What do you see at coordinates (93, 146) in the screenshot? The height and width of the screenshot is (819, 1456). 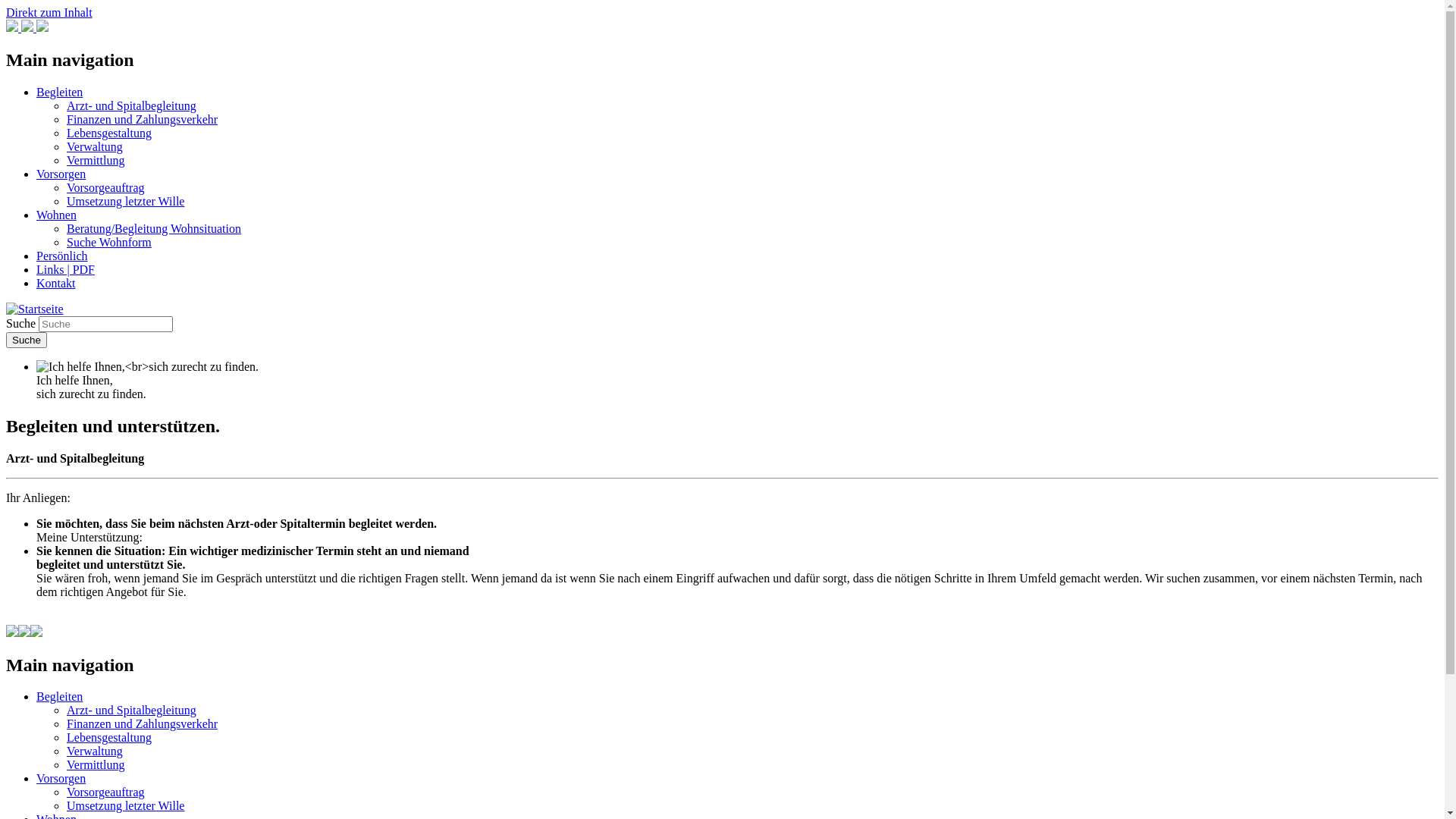 I see `'Verwaltung'` at bounding box center [93, 146].